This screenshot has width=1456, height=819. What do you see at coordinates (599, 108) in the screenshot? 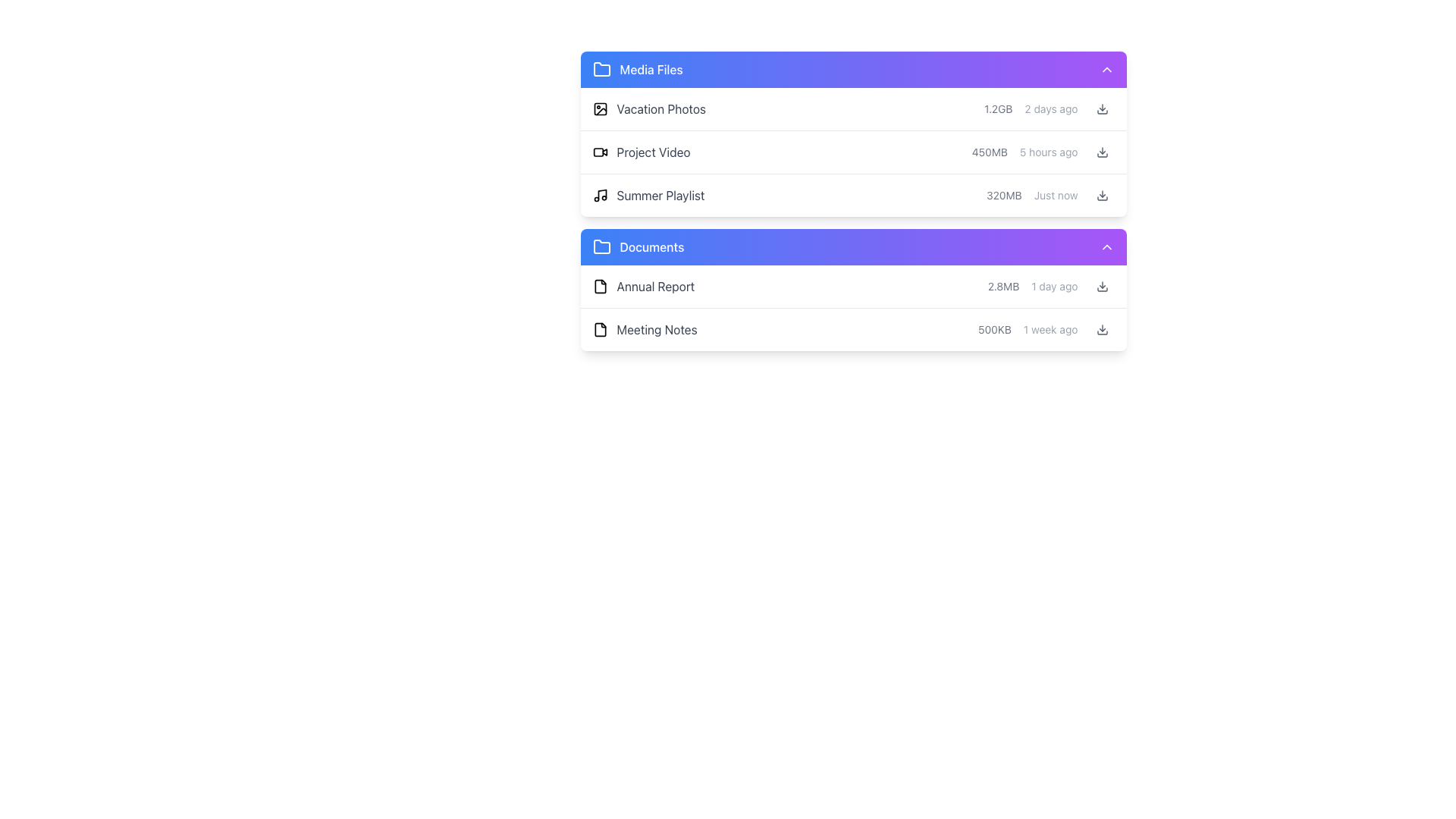
I see `the small icon resembling a general image symbol, located to the left of the text 'Vacation Photos' in the 'Media Files' category` at bounding box center [599, 108].